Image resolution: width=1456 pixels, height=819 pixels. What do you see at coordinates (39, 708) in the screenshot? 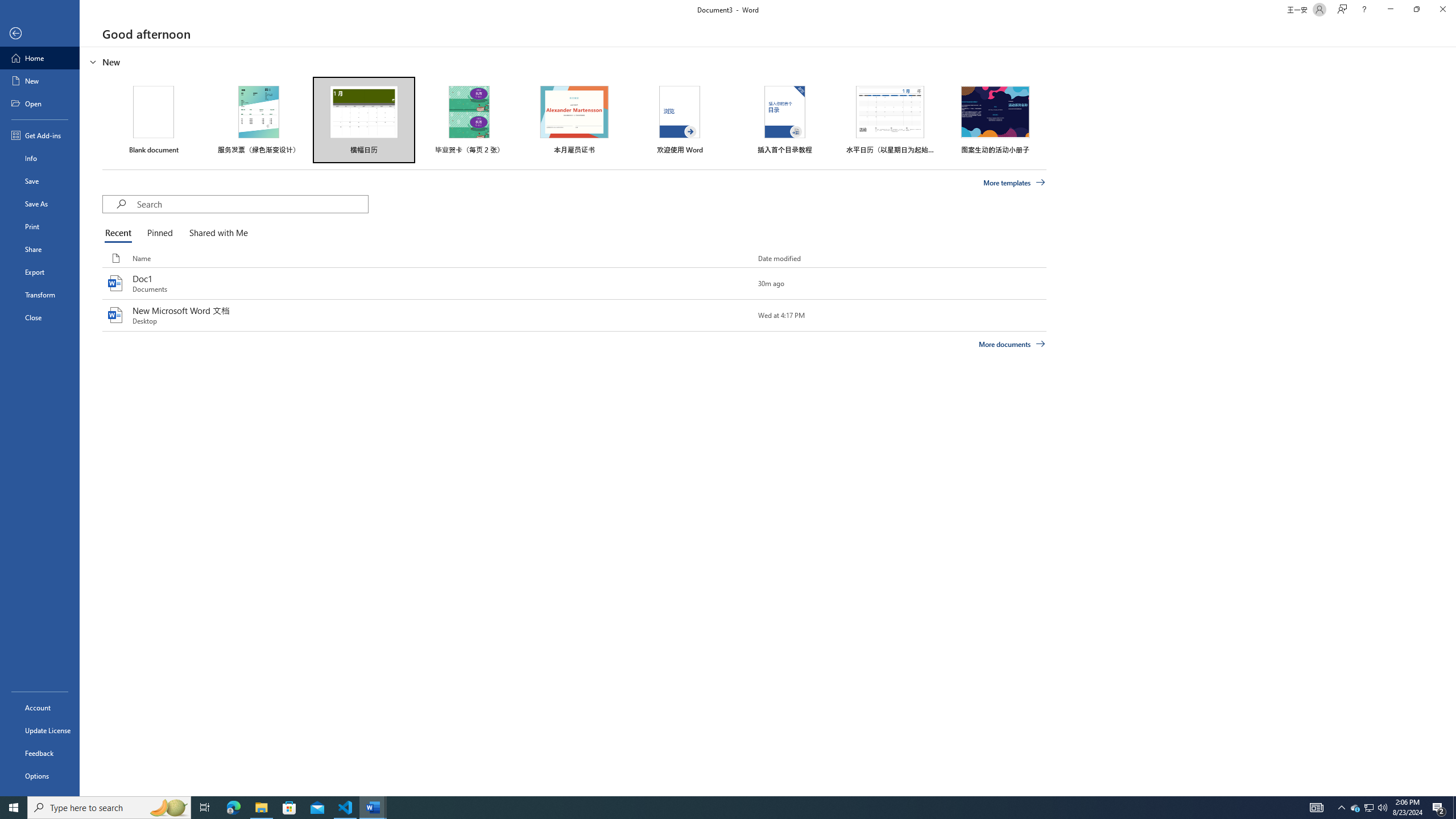
I see `'Account'` at bounding box center [39, 708].